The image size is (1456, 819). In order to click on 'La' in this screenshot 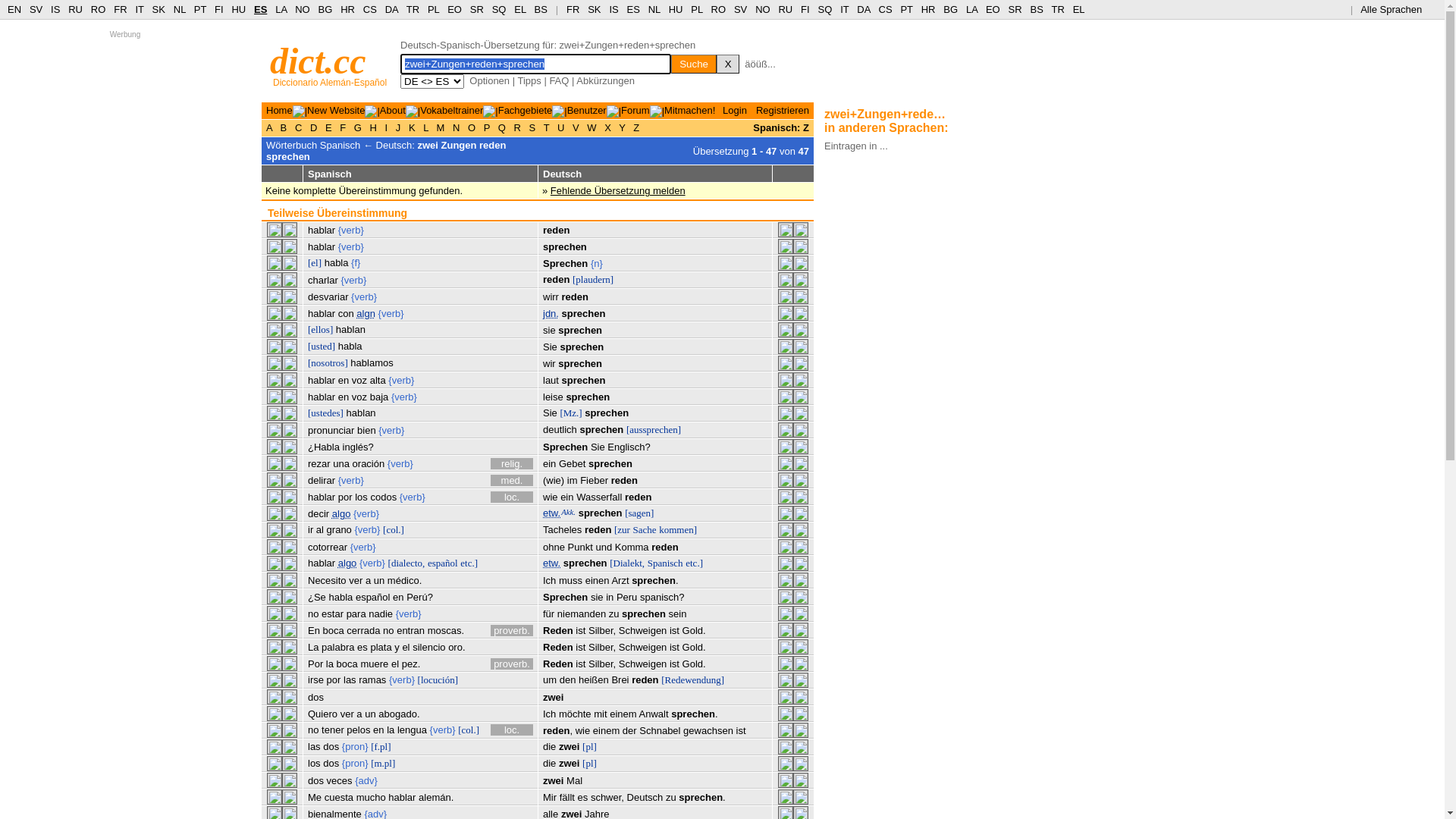, I will do `click(312, 647)`.